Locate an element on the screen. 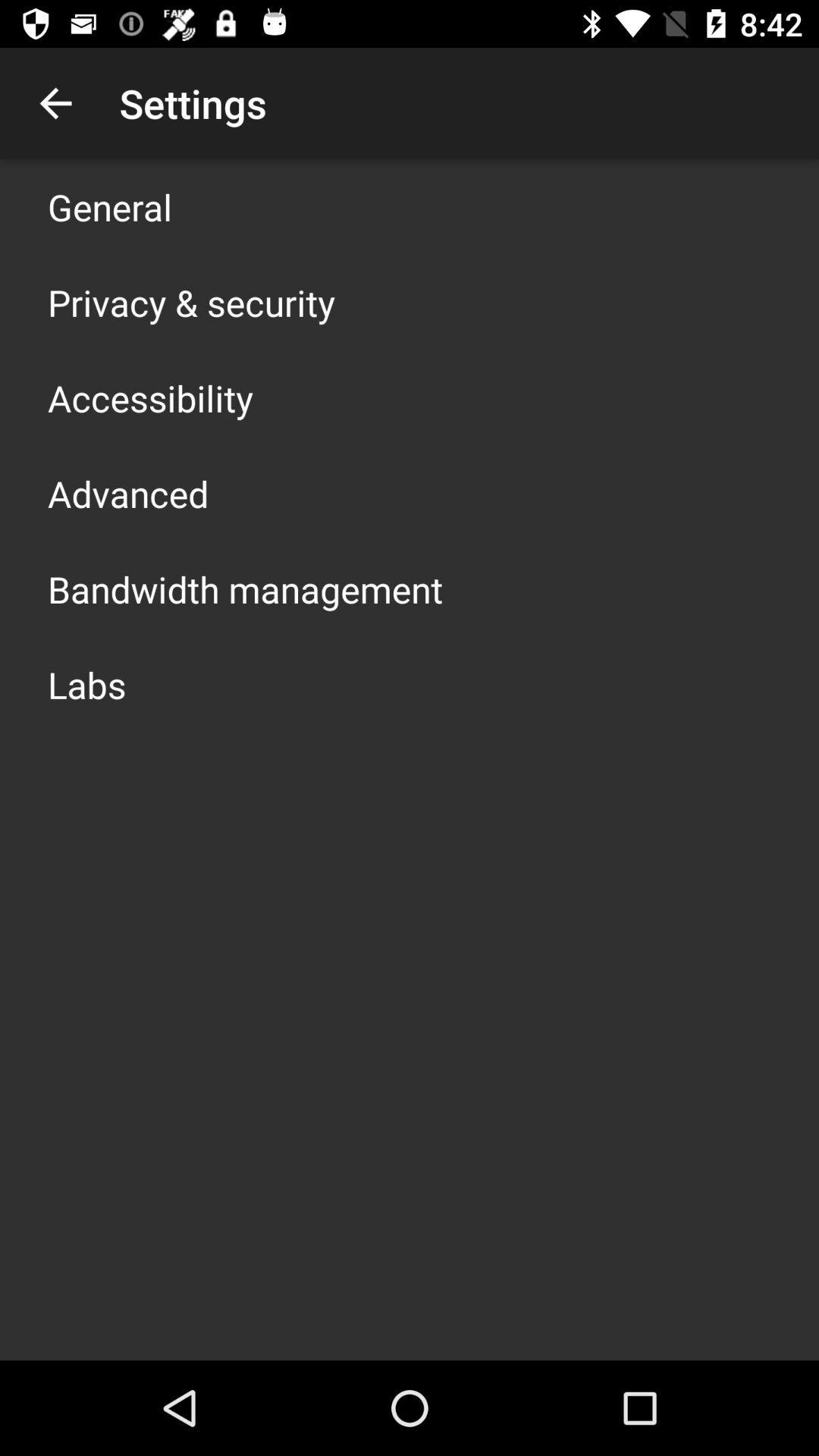  general icon is located at coordinates (109, 206).